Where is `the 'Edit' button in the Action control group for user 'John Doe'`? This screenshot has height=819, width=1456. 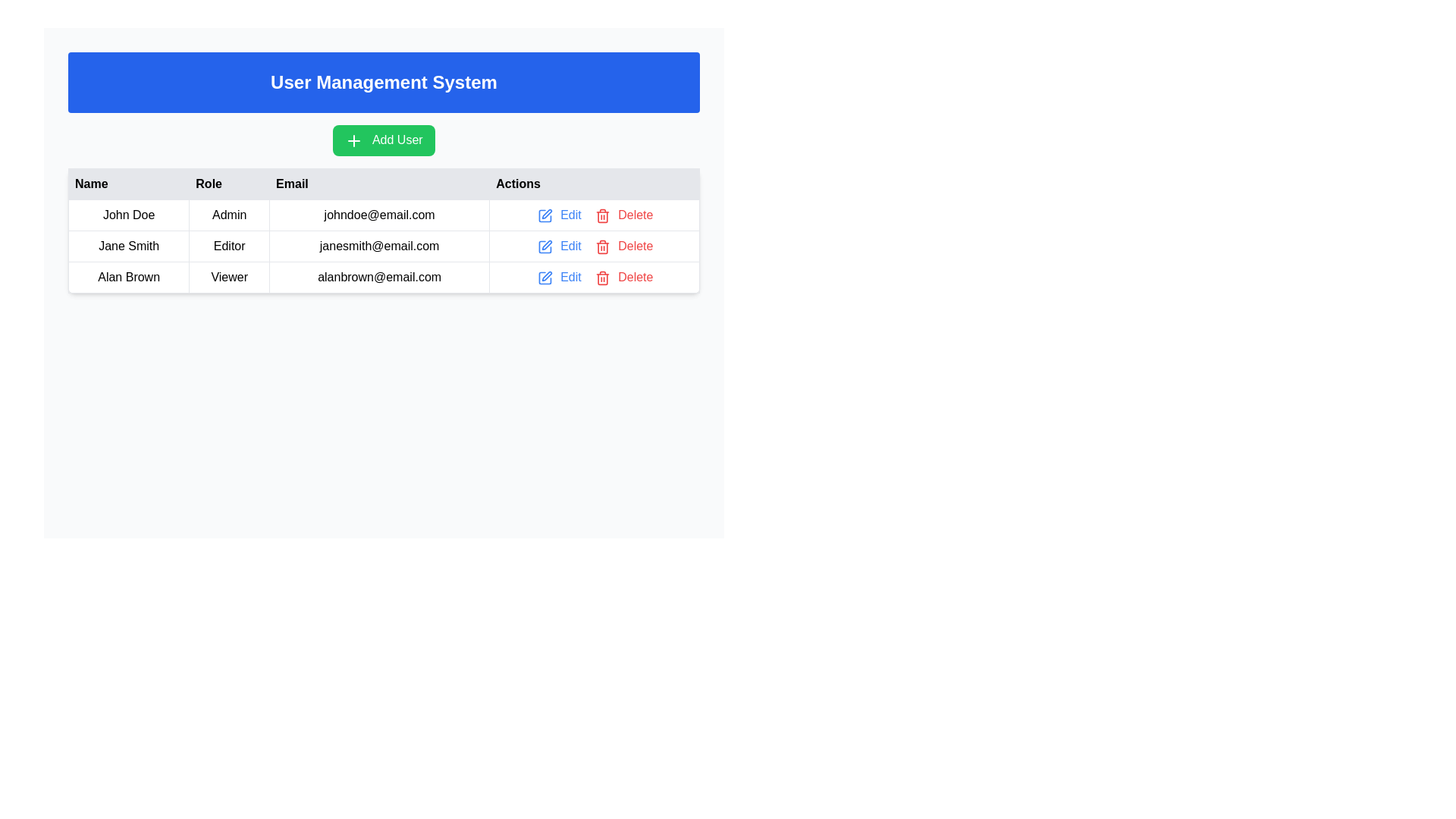 the 'Edit' button in the Action control group for user 'John Doe' is located at coordinates (594, 215).